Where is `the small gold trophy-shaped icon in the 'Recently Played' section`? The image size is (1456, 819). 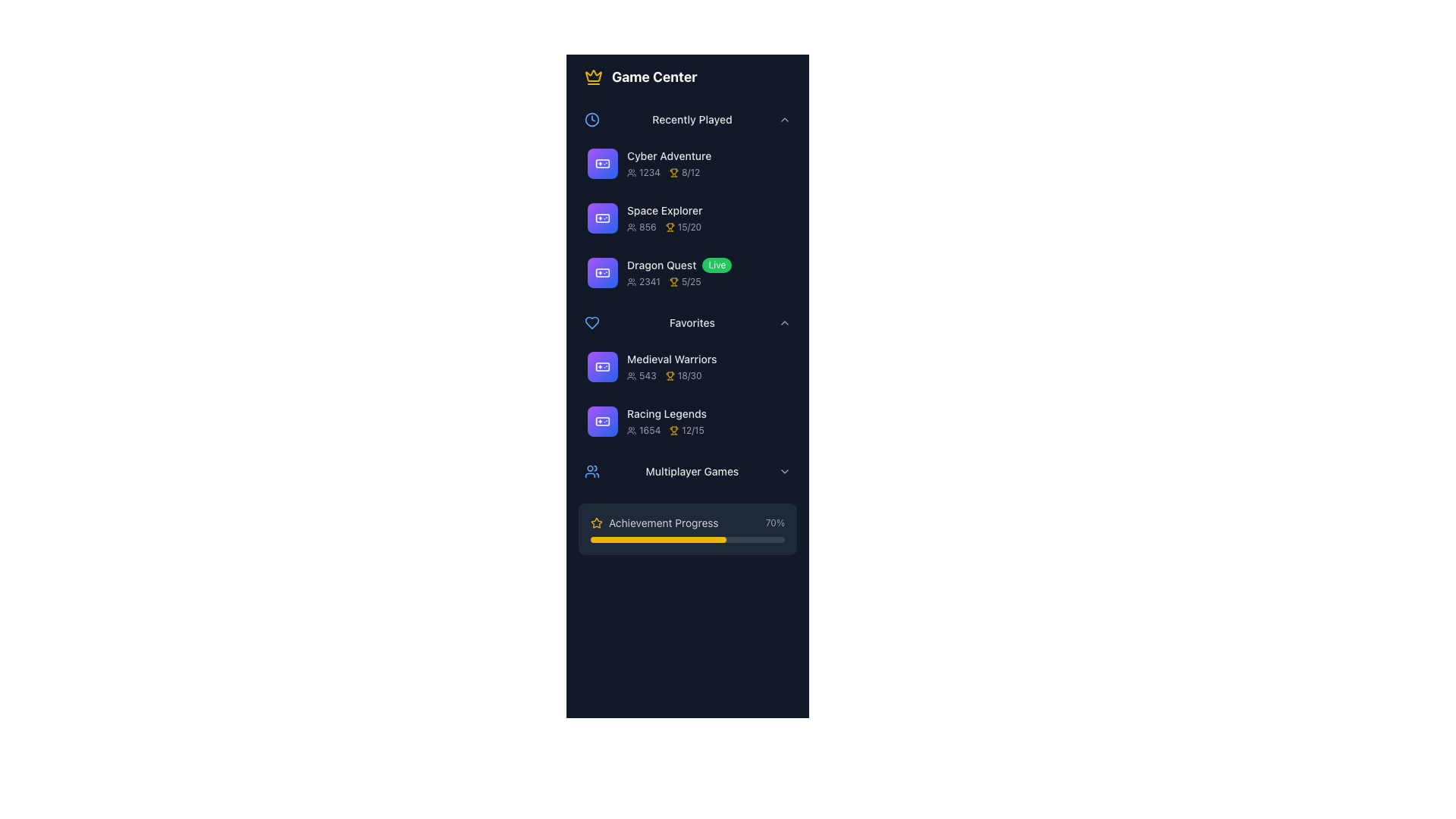 the small gold trophy-shaped icon in the 'Recently Played' section is located at coordinates (673, 281).